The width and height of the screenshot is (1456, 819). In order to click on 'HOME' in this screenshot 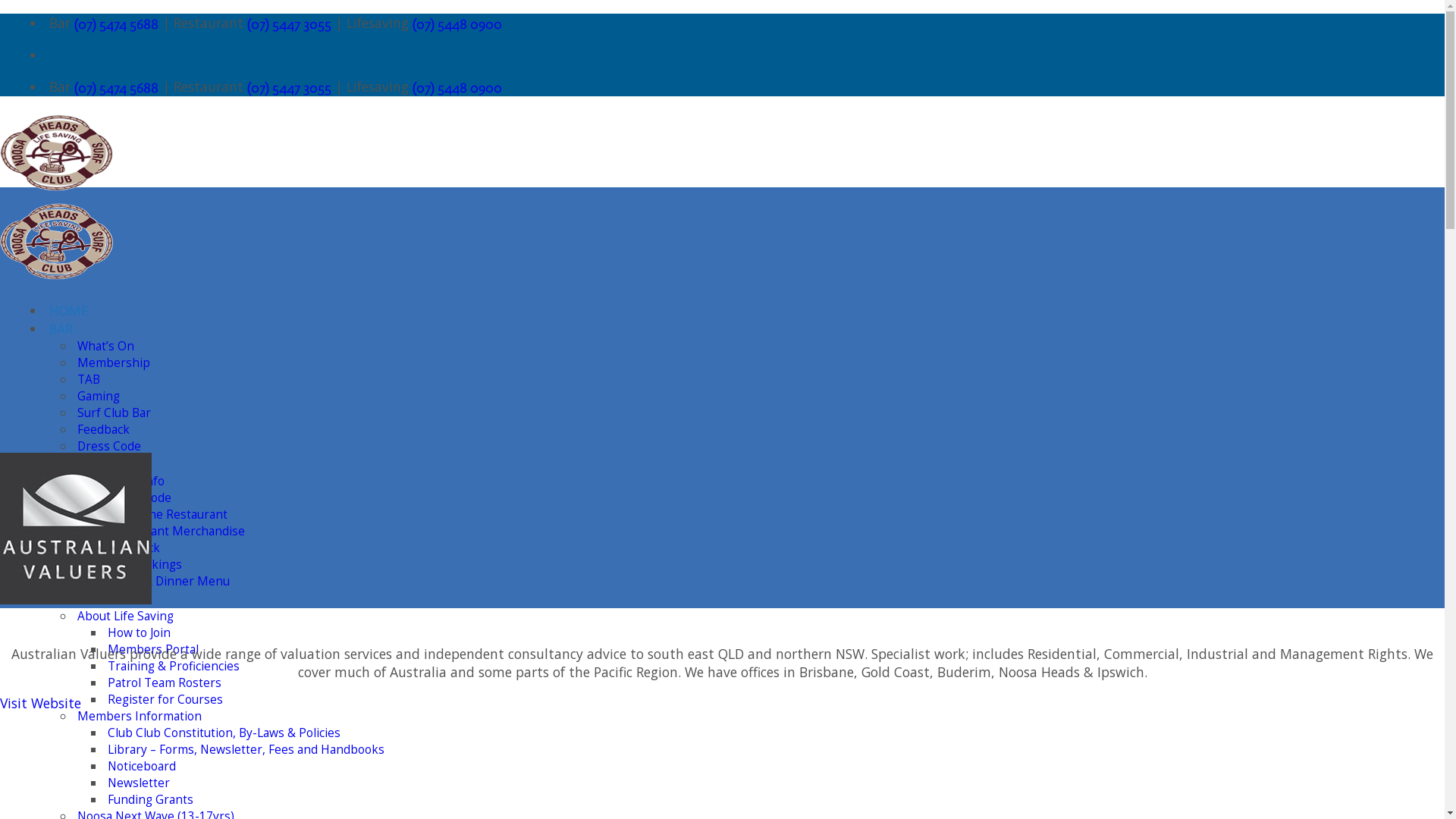, I will do `click(68, 309)`.